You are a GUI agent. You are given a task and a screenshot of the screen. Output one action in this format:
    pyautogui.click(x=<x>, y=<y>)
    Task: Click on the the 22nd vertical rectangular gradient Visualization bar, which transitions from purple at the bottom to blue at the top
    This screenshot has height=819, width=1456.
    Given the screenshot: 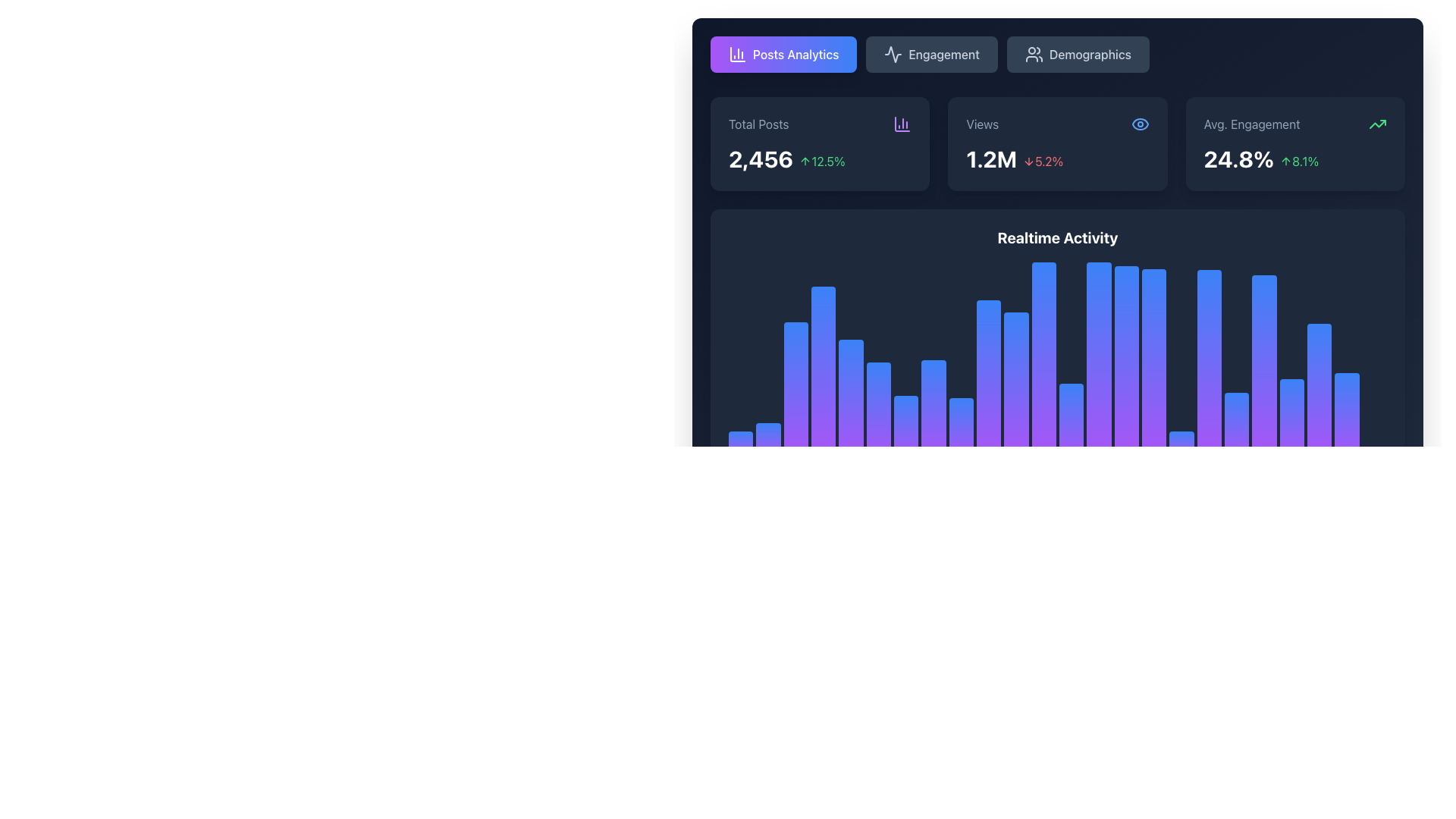 What is the action you would take?
    pyautogui.click(x=1291, y=358)
    